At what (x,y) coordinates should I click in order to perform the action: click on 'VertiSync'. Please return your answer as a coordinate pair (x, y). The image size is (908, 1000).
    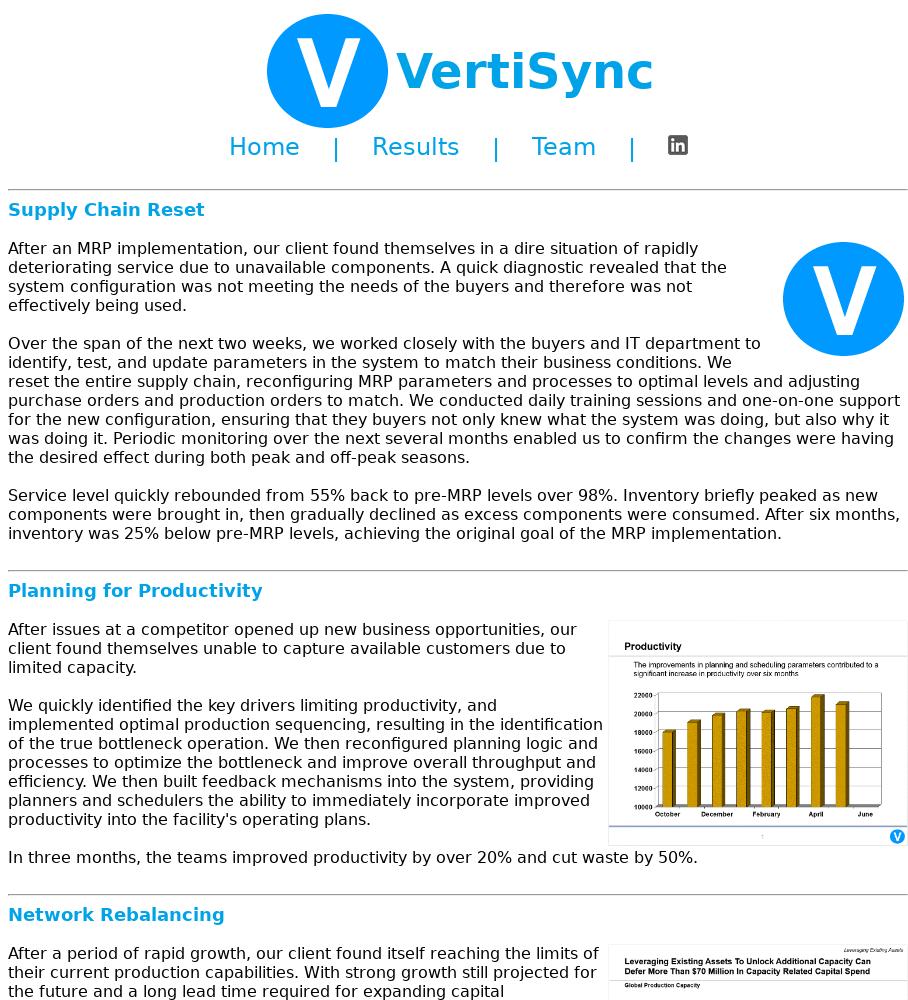
    Looking at the image, I should click on (394, 70).